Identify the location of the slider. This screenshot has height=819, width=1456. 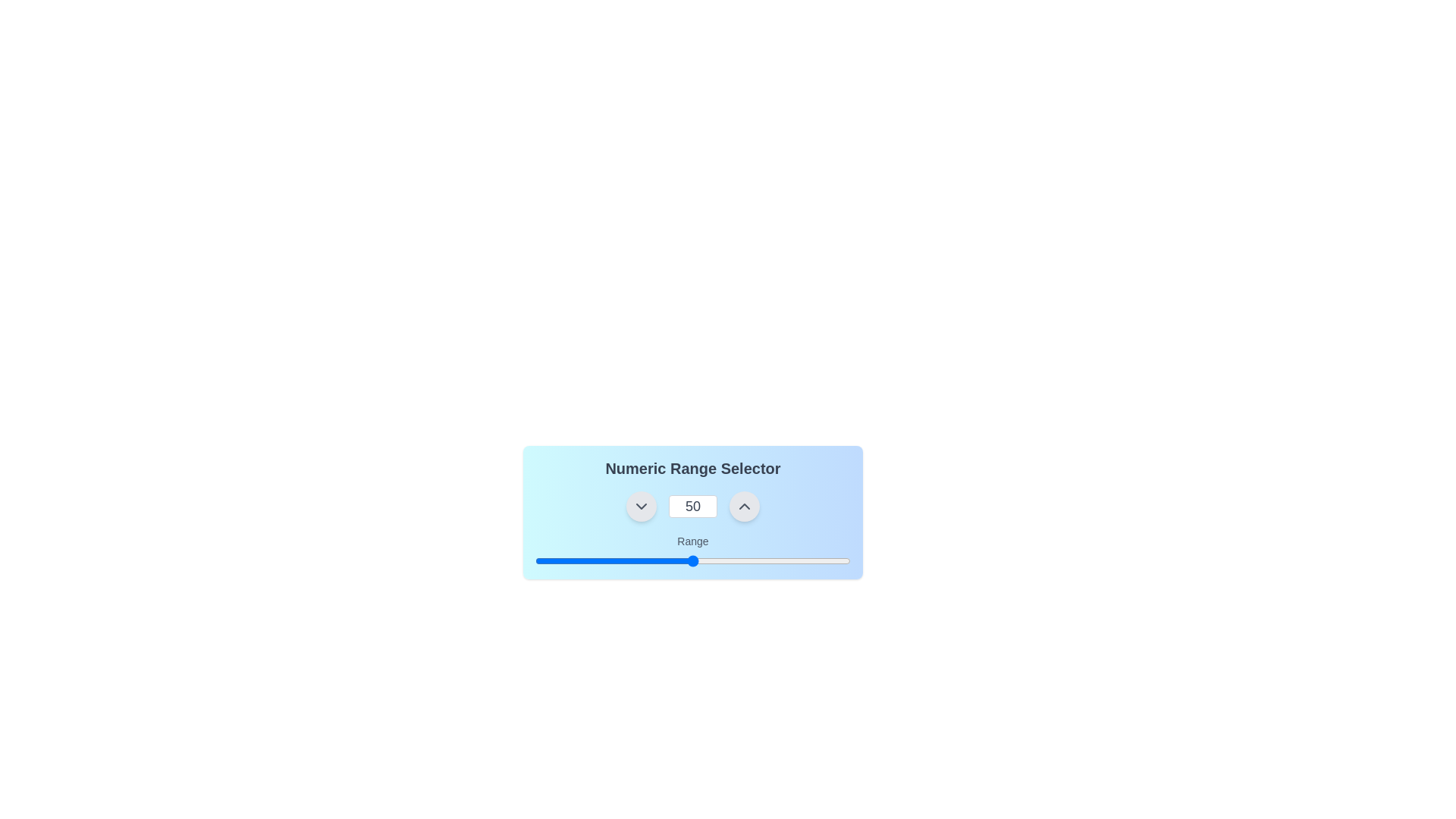
(831, 561).